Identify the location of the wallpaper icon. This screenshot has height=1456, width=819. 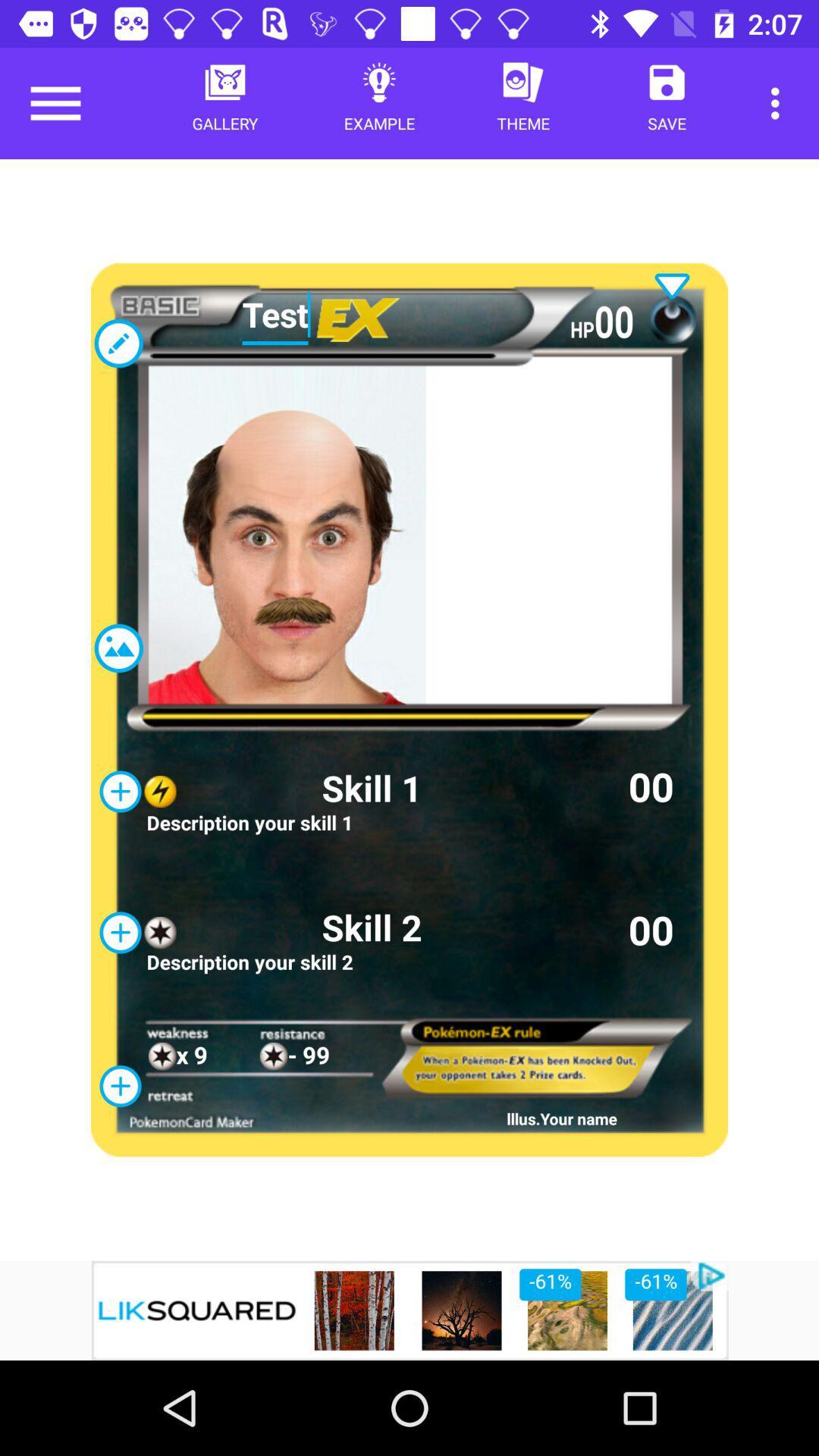
(118, 648).